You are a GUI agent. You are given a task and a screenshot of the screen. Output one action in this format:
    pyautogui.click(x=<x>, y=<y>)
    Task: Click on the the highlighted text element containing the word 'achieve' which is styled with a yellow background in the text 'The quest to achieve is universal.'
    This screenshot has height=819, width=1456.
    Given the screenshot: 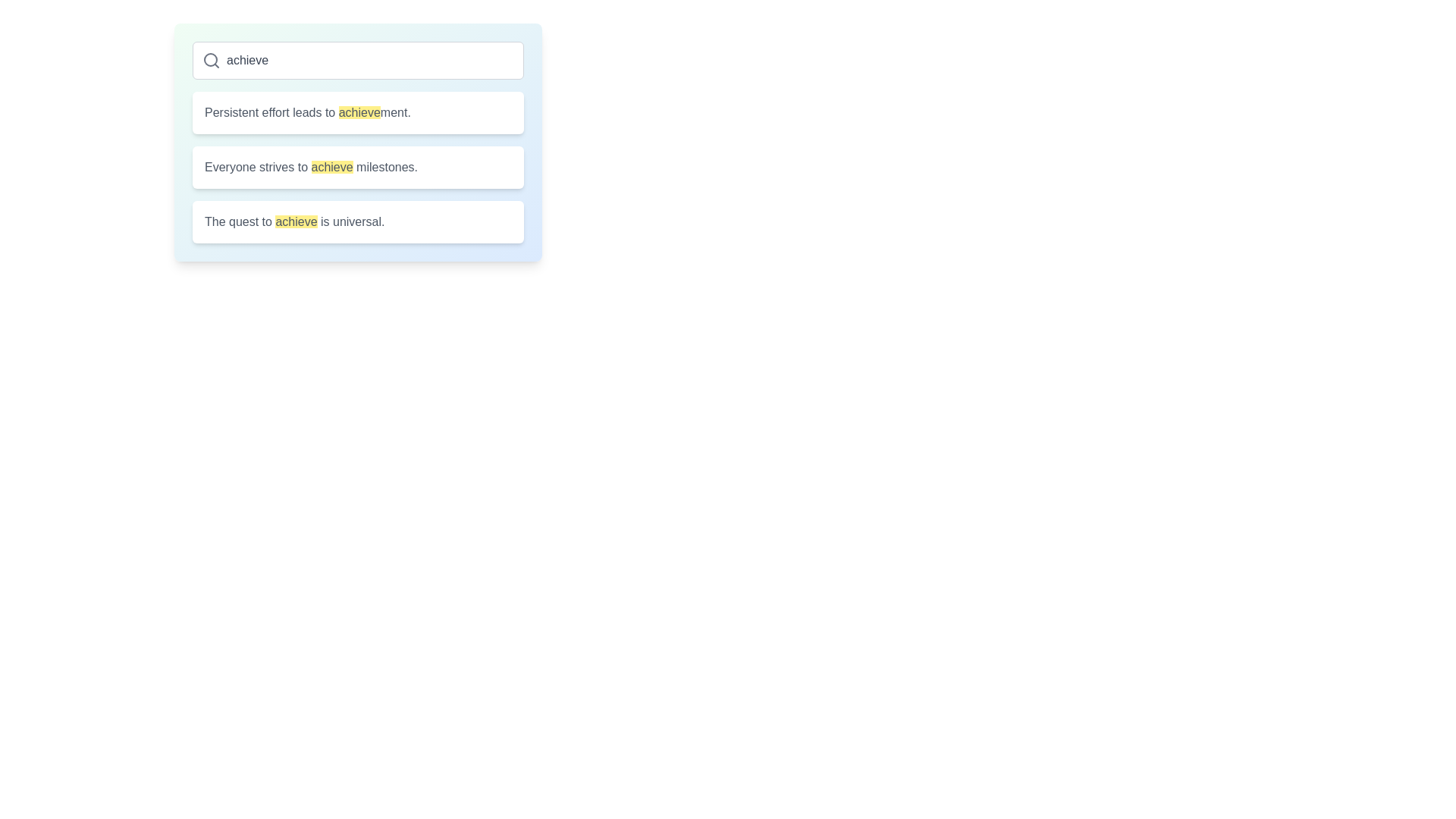 What is the action you would take?
    pyautogui.click(x=296, y=221)
    